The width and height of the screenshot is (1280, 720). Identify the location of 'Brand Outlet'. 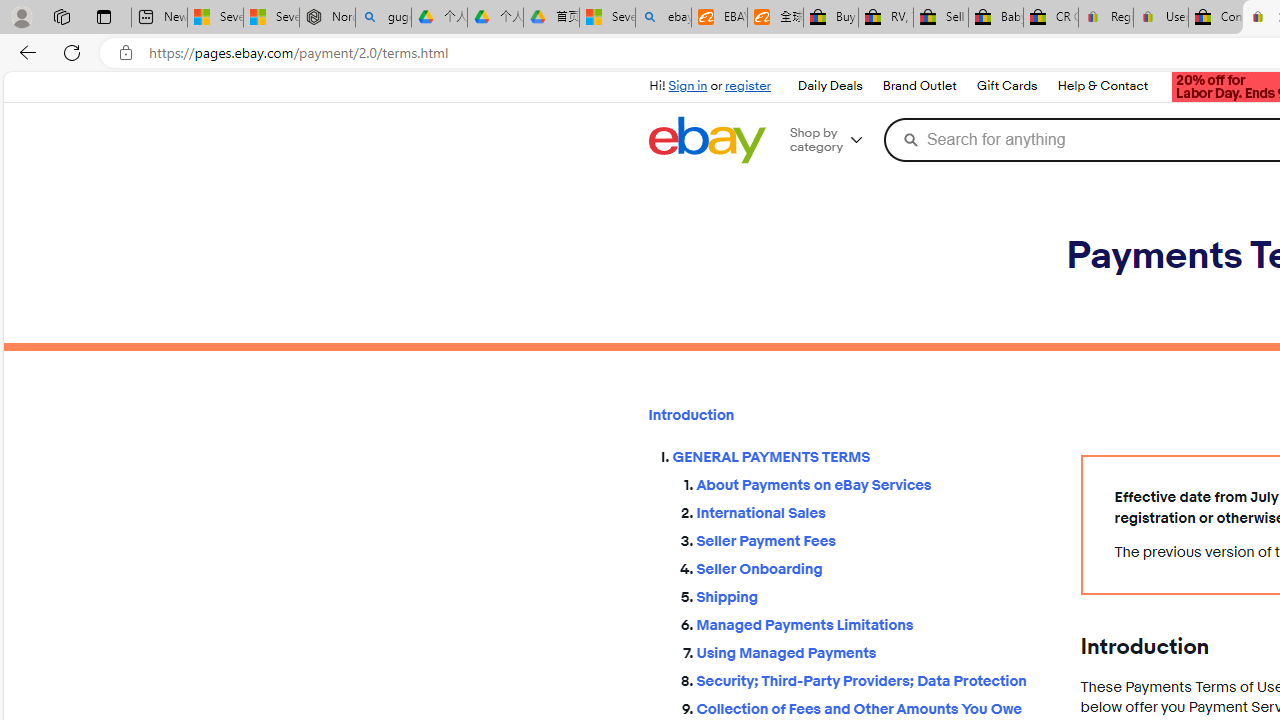
(918, 86).